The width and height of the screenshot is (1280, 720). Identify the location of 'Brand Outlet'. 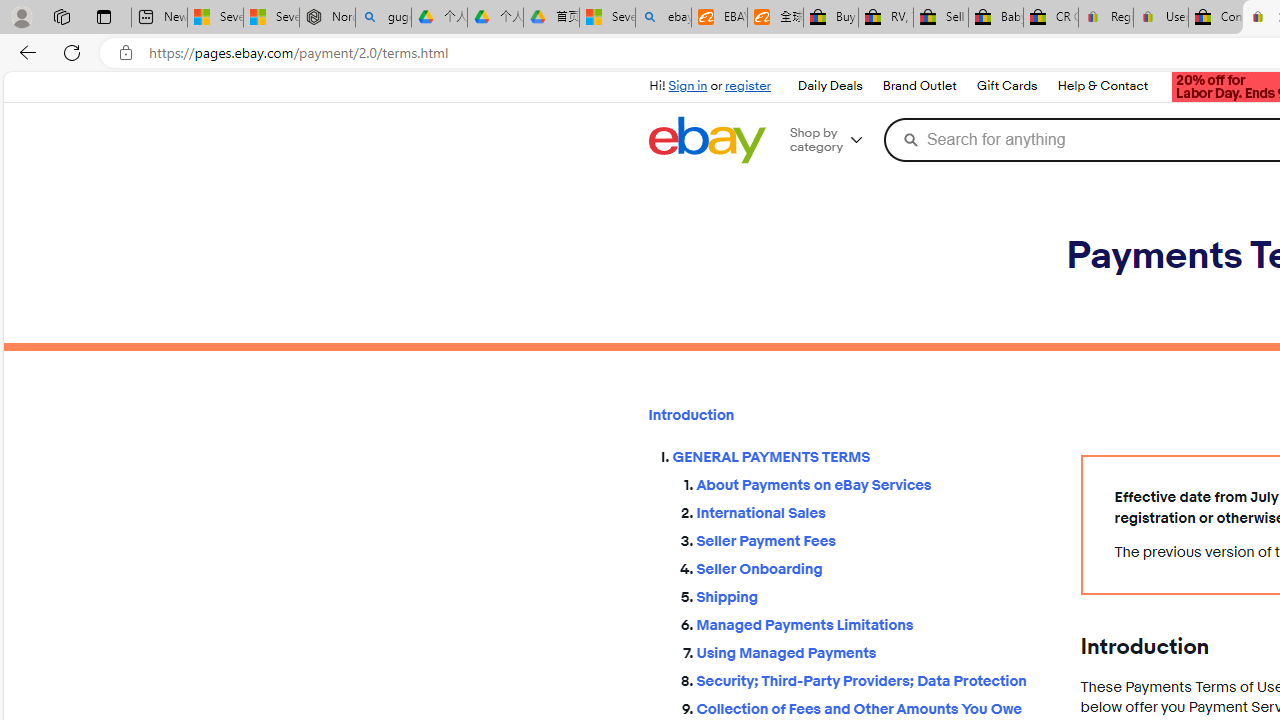
(918, 86).